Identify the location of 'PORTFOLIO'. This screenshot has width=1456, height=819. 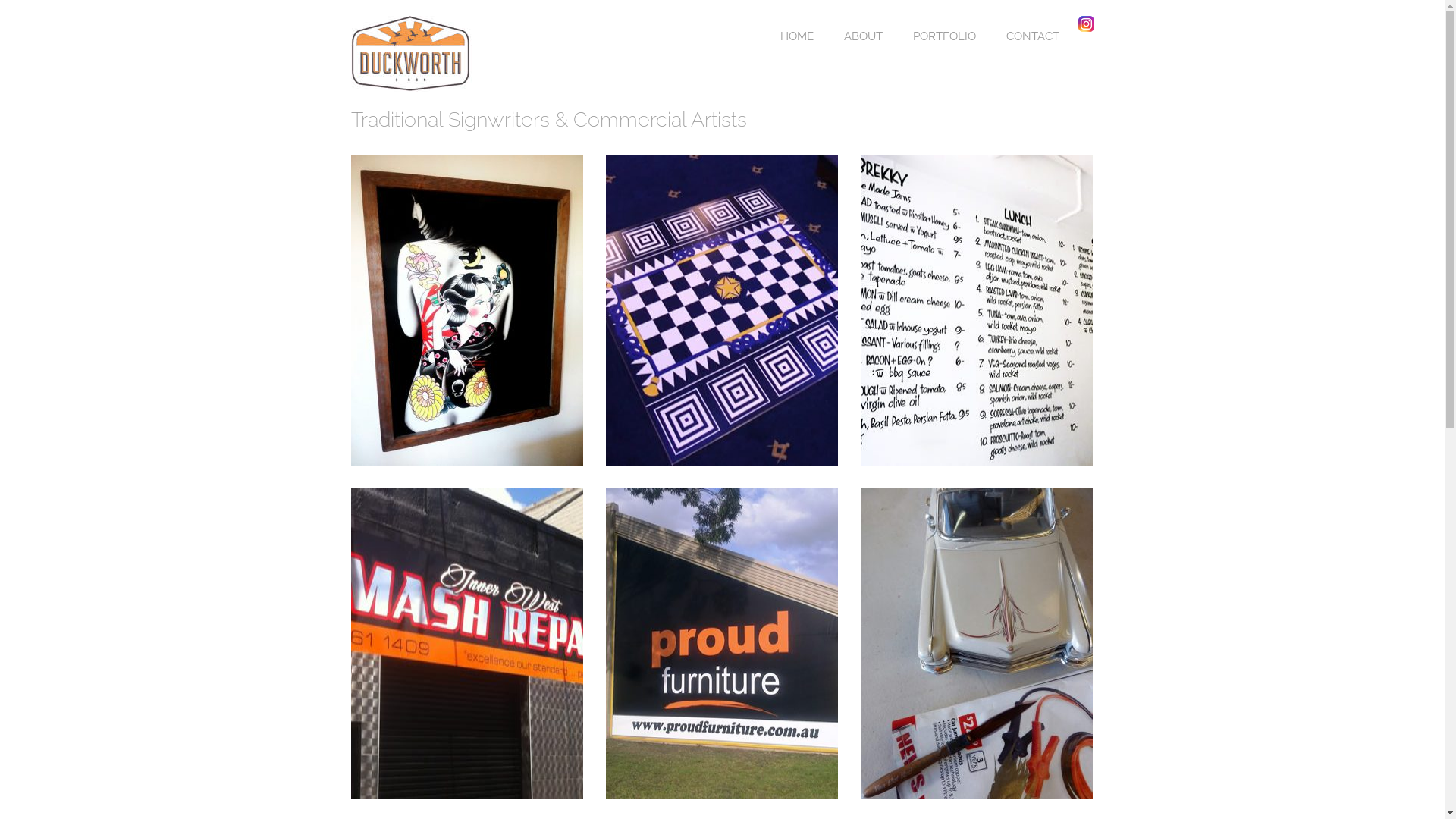
(943, 36).